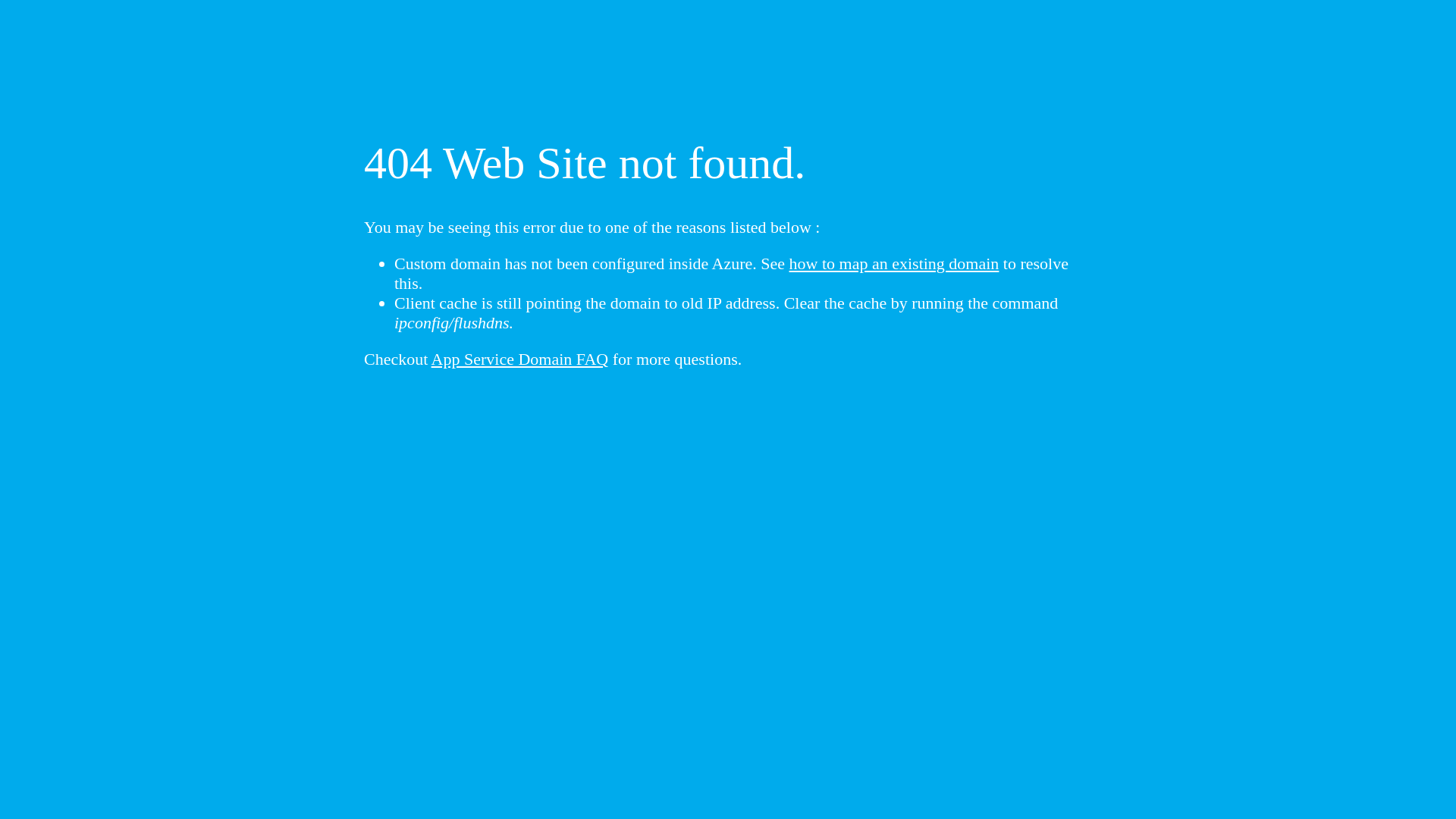 This screenshot has width=1456, height=819. Describe the element at coordinates (894, 262) in the screenshot. I see `'how to map an existing domain'` at that location.